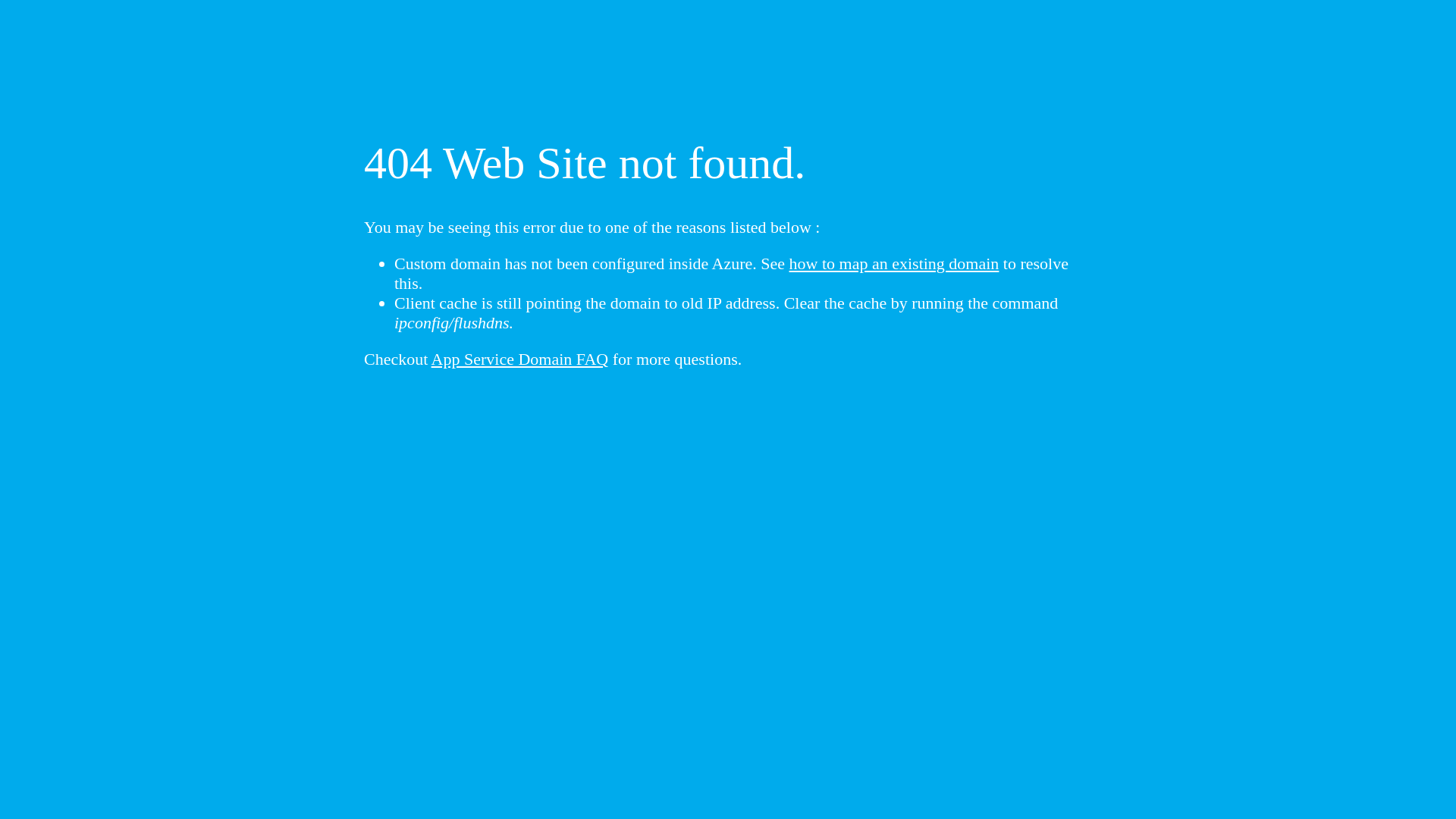 This screenshot has width=1456, height=819. Describe the element at coordinates (894, 262) in the screenshot. I see `'how to map an existing domain'` at that location.